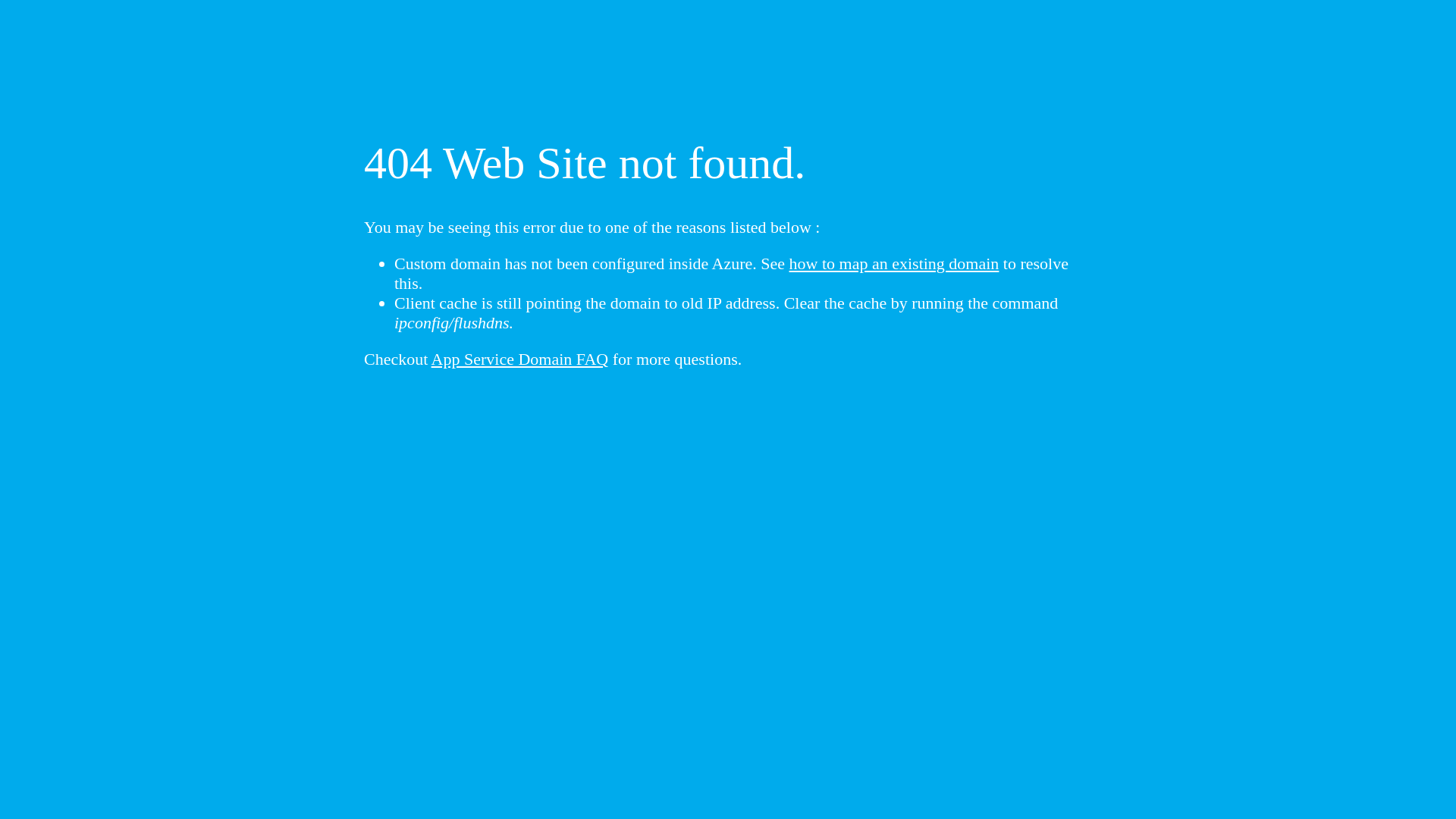 This screenshot has width=1456, height=819. Describe the element at coordinates (894, 262) in the screenshot. I see `'how to map an existing domain'` at that location.